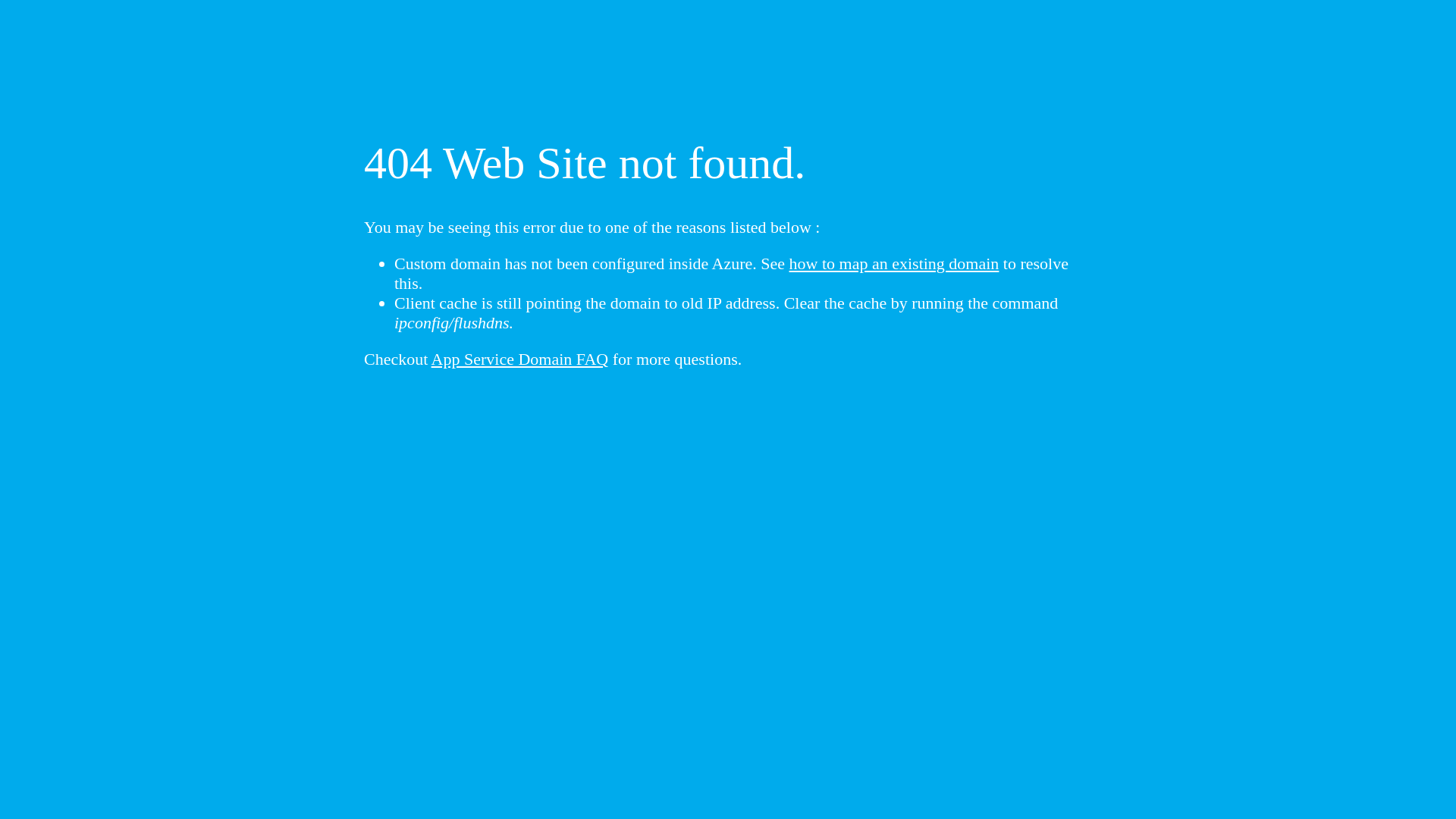 This screenshot has width=1456, height=819. Describe the element at coordinates (894, 262) in the screenshot. I see `'how to map an existing domain'` at that location.